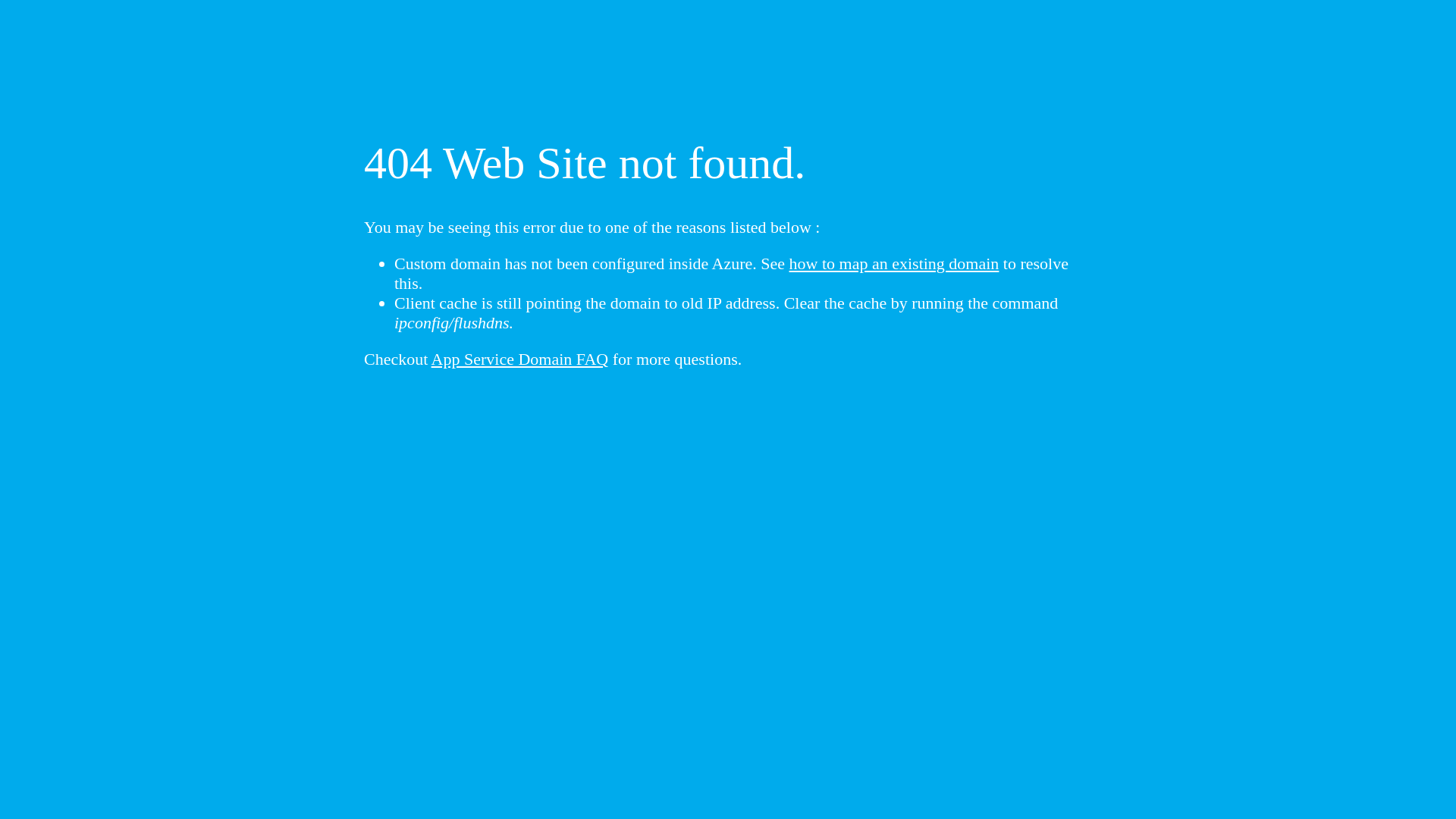 This screenshot has width=1456, height=819. Describe the element at coordinates (894, 262) in the screenshot. I see `'how to map an existing domain'` at that location.